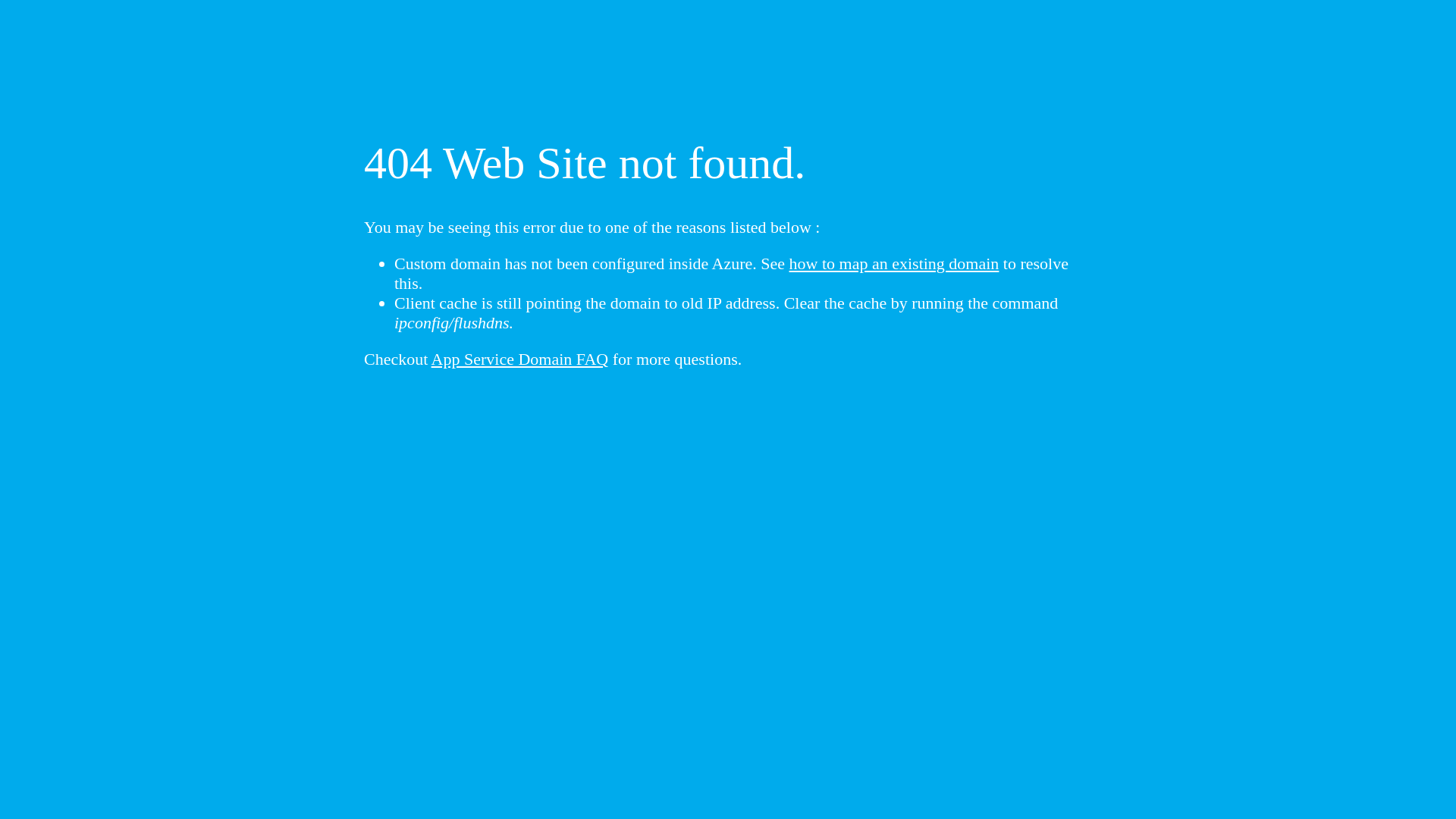 This screenshot has width=1456, height=819. Describe the element at coordinates (894, 262) in the screenshot. I see `'how to map an existing domain'` at that location.